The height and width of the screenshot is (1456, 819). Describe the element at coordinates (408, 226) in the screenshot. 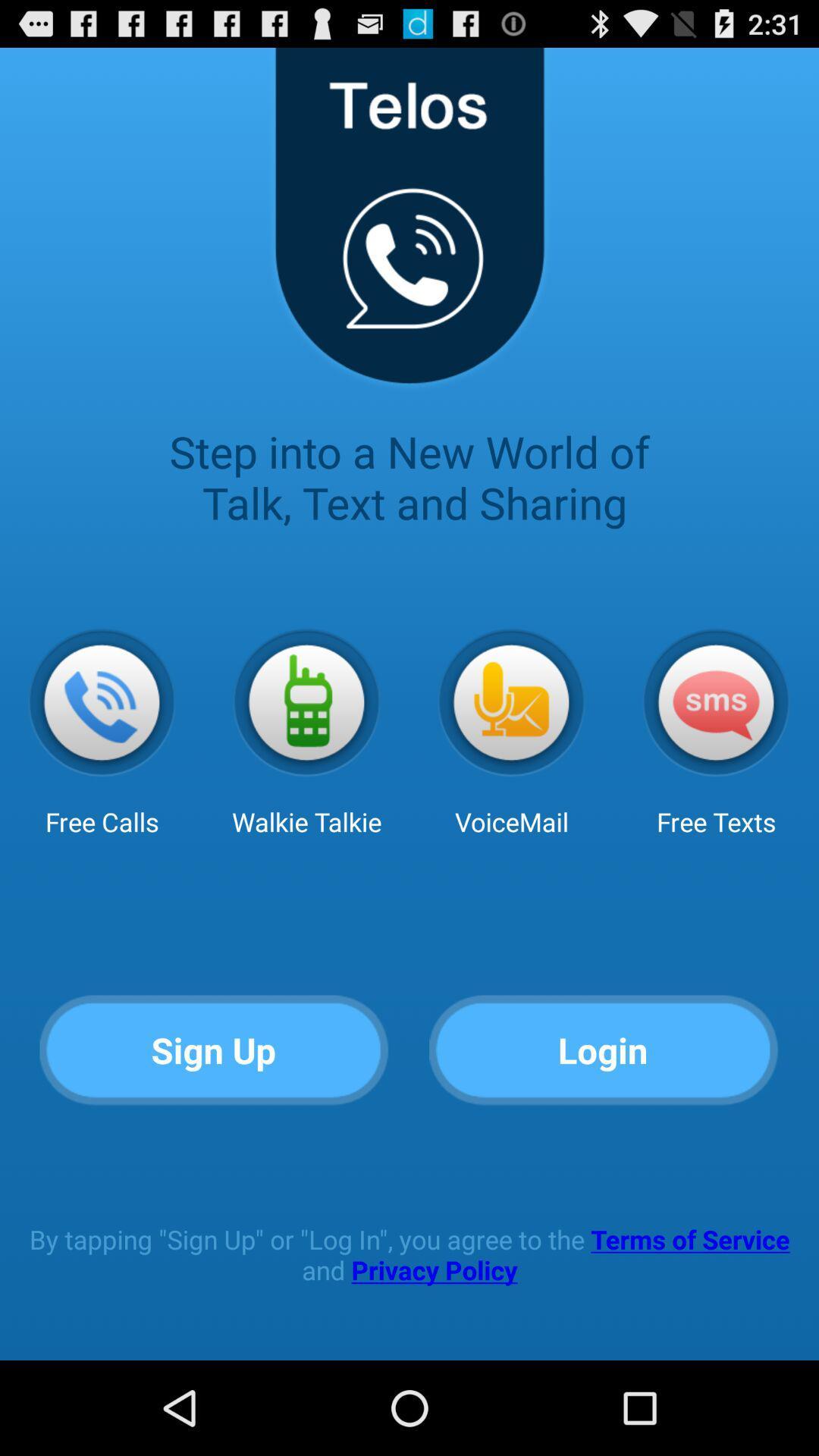

I see `the item above the step into a app` at that location.